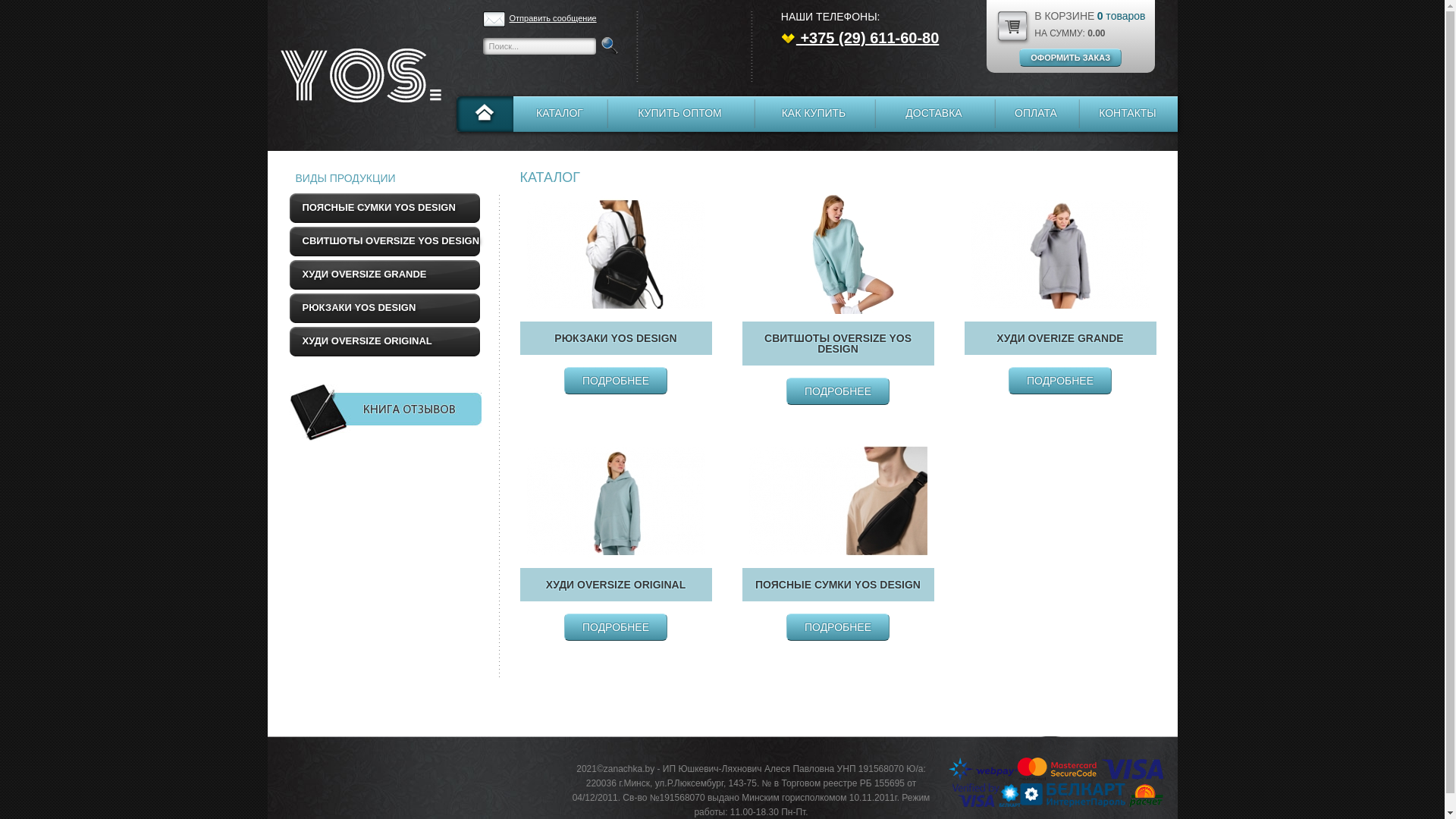  I want to click on '+375 (29) 611-60-80', so click(781, 37).